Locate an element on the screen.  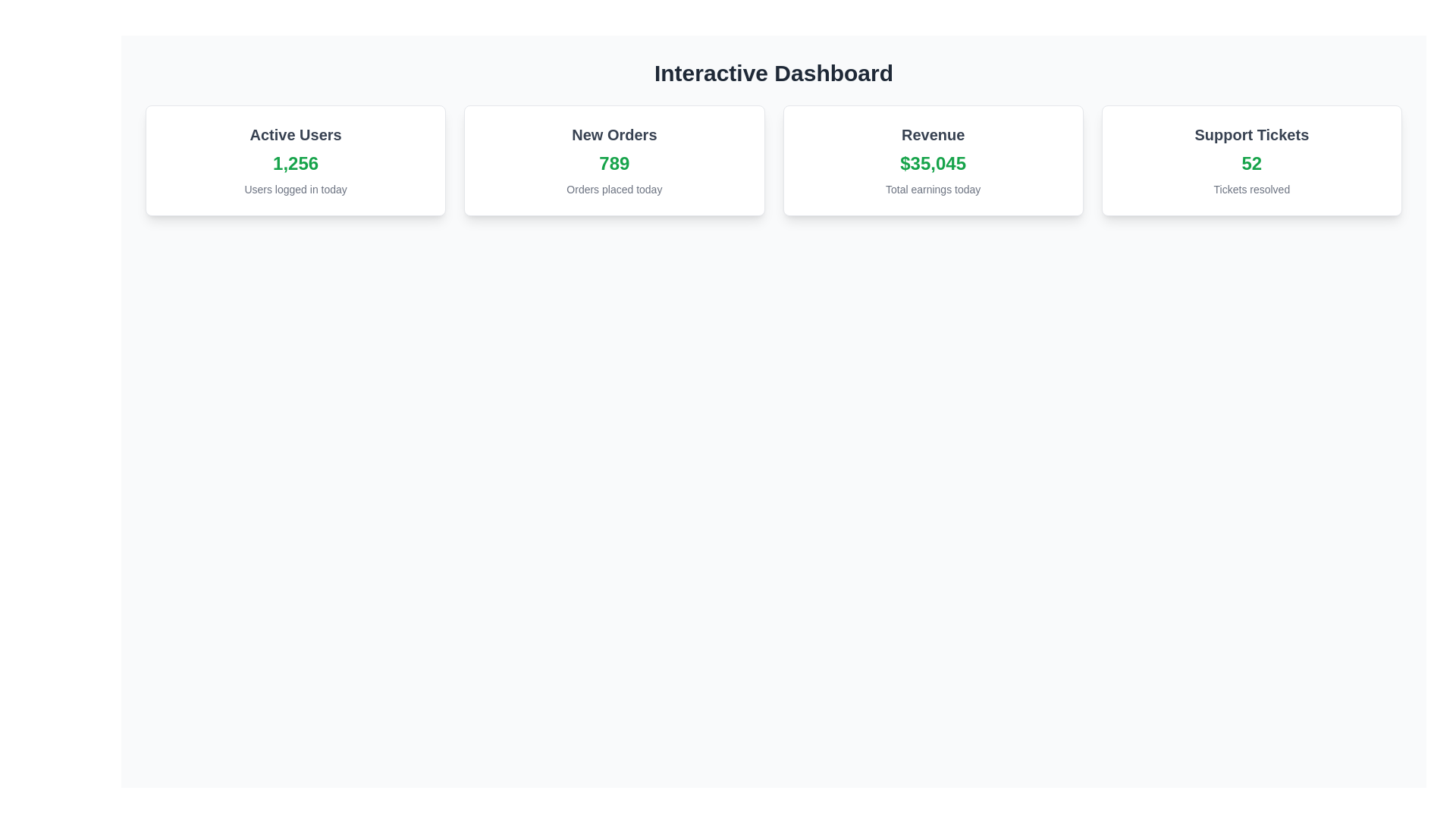
the Information card displaying 'Active Users', which shows the number '1,256' in large green text and is located in the top left corner of the grid layout is located at coordinates (296, 161).